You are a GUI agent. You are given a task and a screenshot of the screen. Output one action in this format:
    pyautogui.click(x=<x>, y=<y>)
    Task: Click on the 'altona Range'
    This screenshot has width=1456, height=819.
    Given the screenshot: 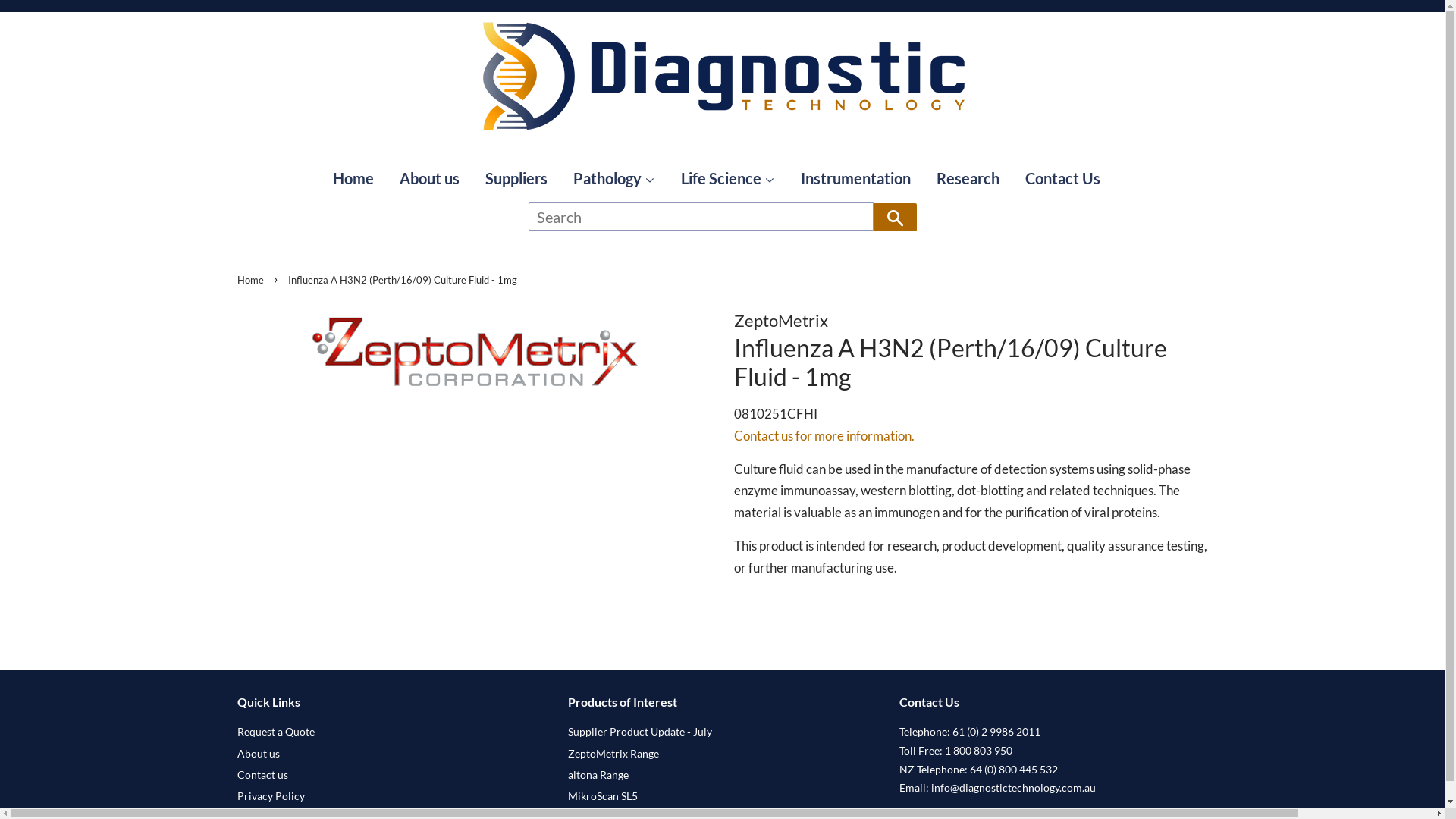 What is the action you would take?
    pyautogui.click(x=597, y=774)
    